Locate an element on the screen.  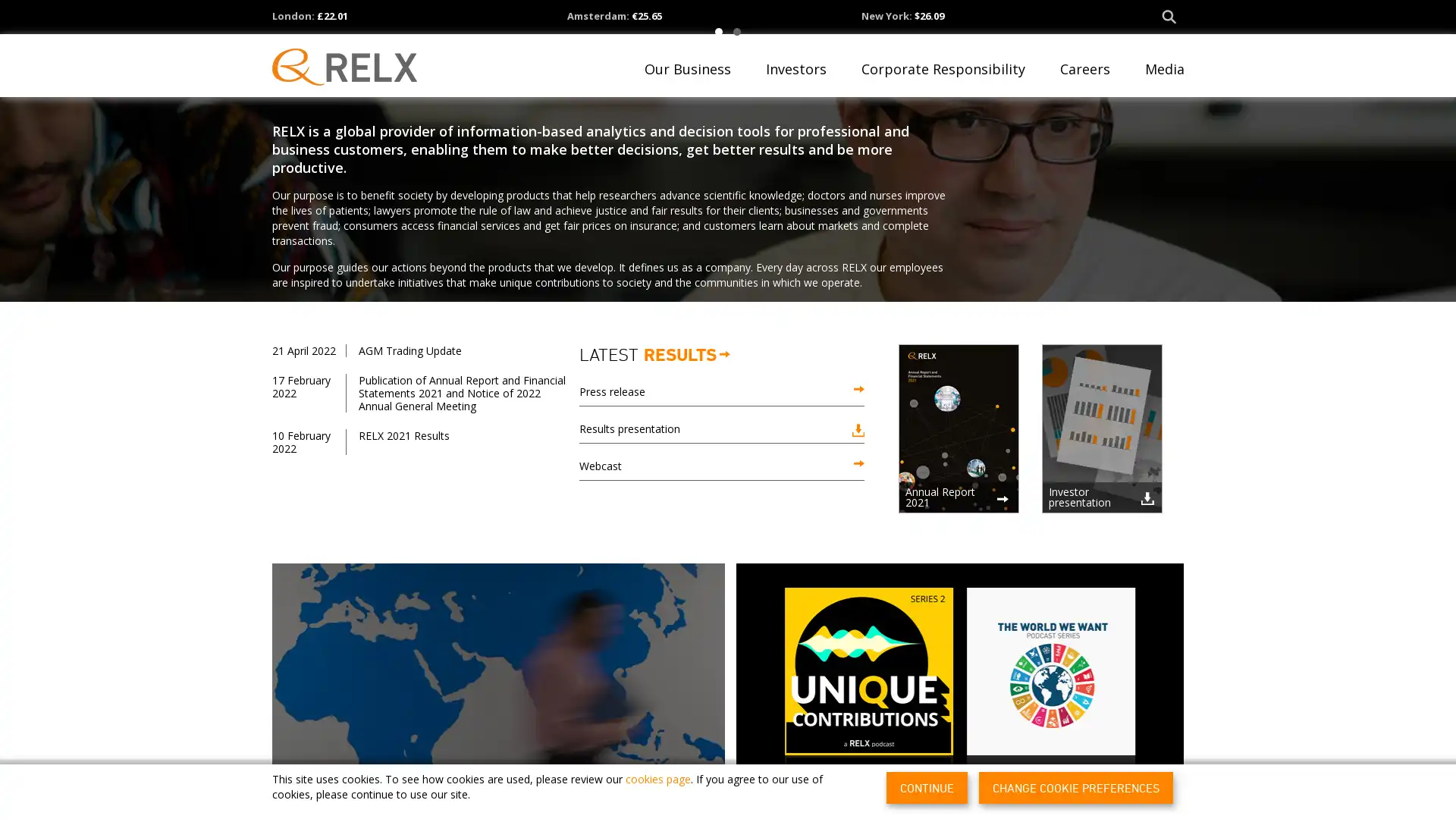
2 is located at coordinates (737, 32).